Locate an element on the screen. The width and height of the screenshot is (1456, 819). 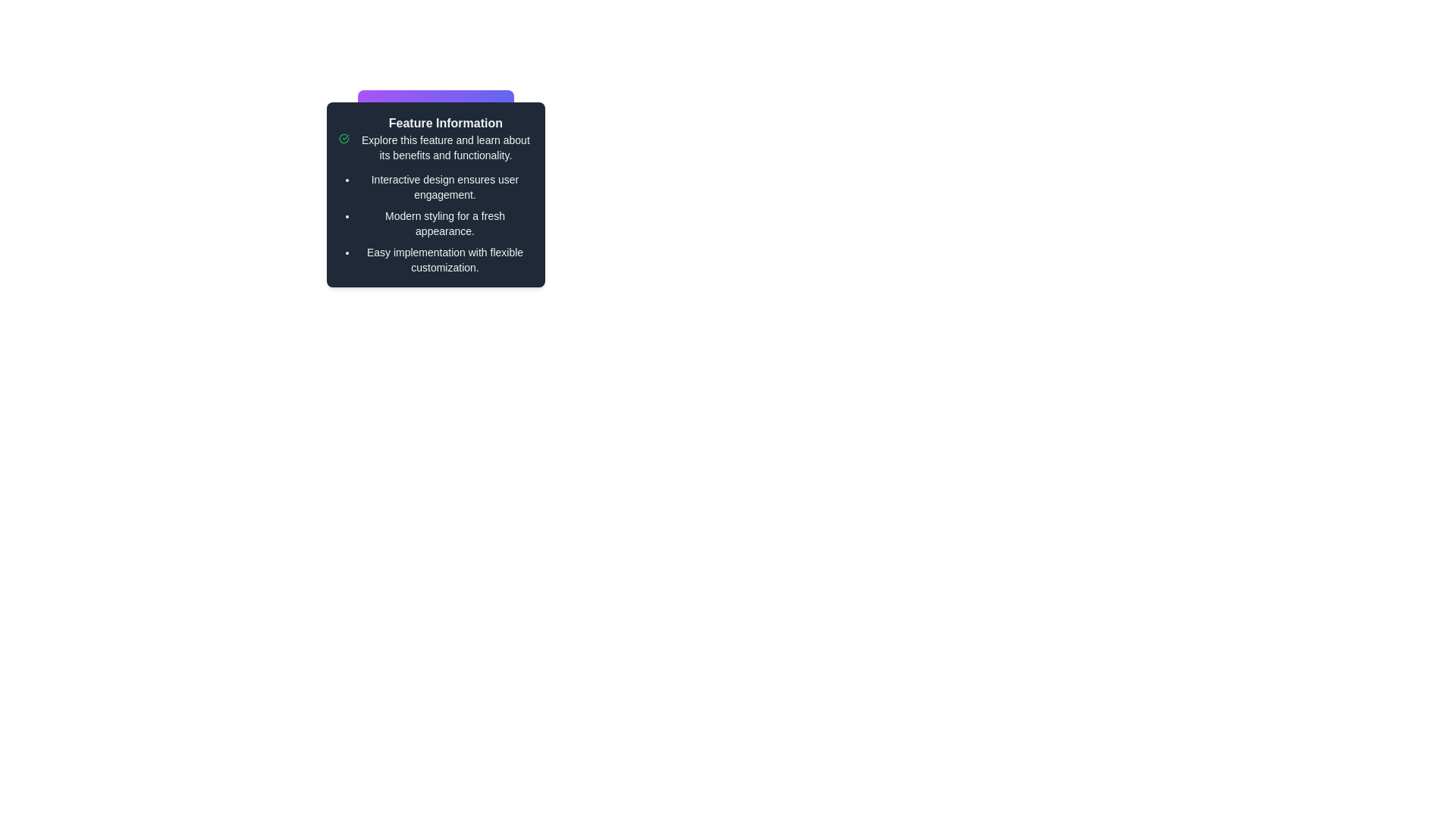
the static text that reads 'Modern styling for a fresh appearance.' which is the second item in a bulleted list under 'Feature Information.' is located at coordinates (444, 223).